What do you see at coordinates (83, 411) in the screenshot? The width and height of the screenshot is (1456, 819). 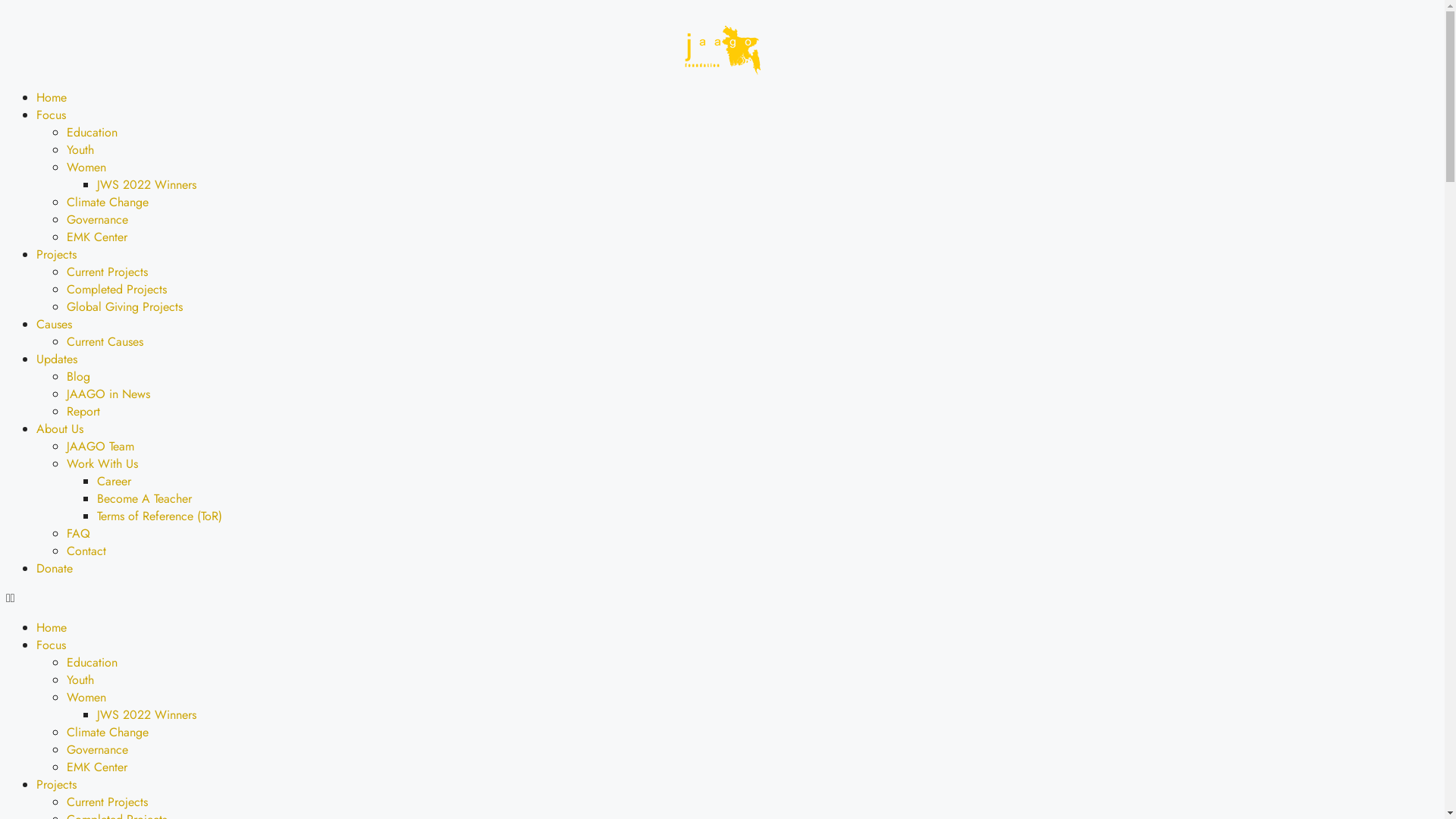 I see `'Report'` at bounding box center [83, 411].